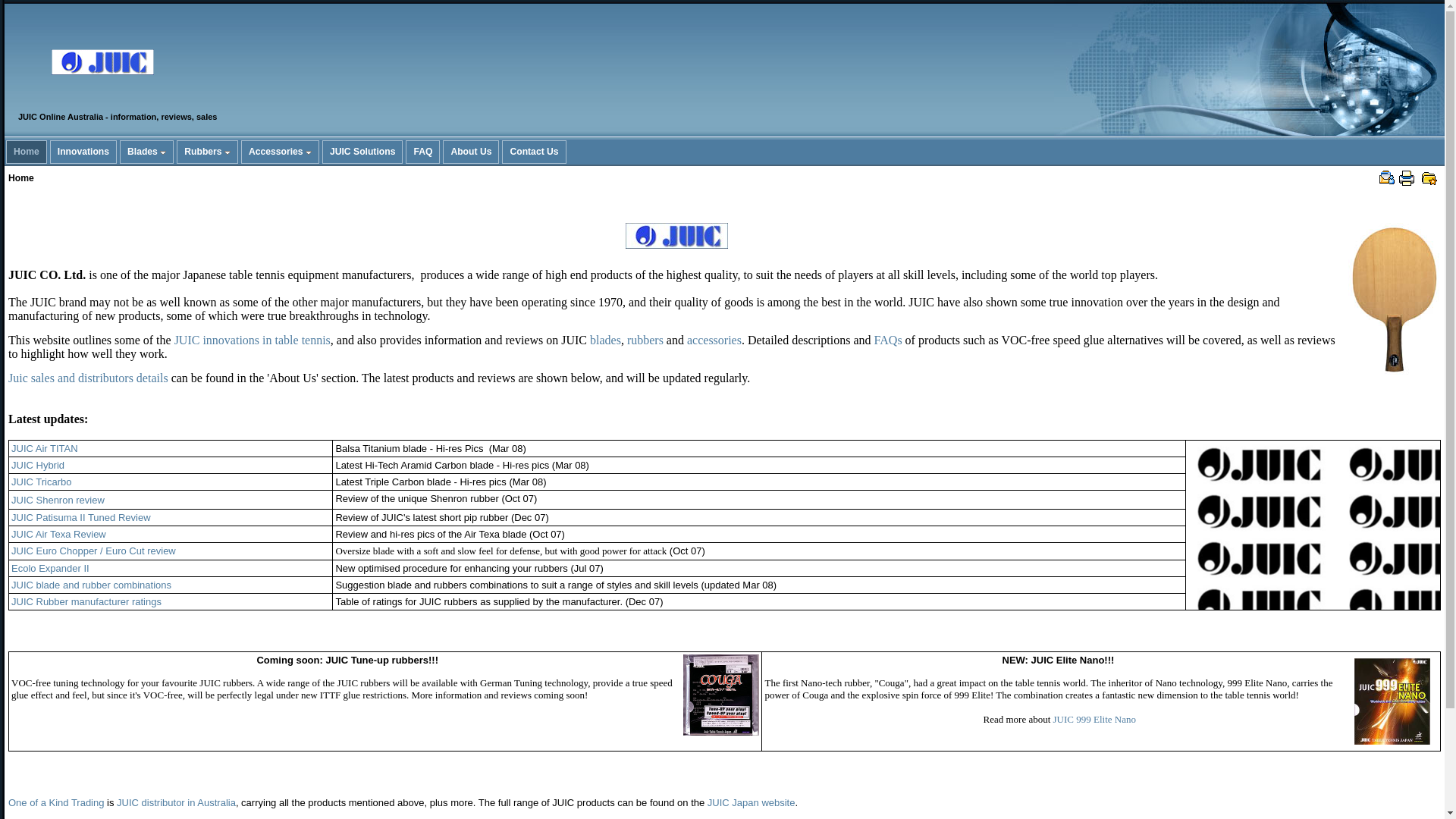 Image resolution: width=1456 pixels, height=819 pixels. Describe the element at coordinates (1386, 177) in the screenshot. I see `'Email a Page to a Friend'` at that location.